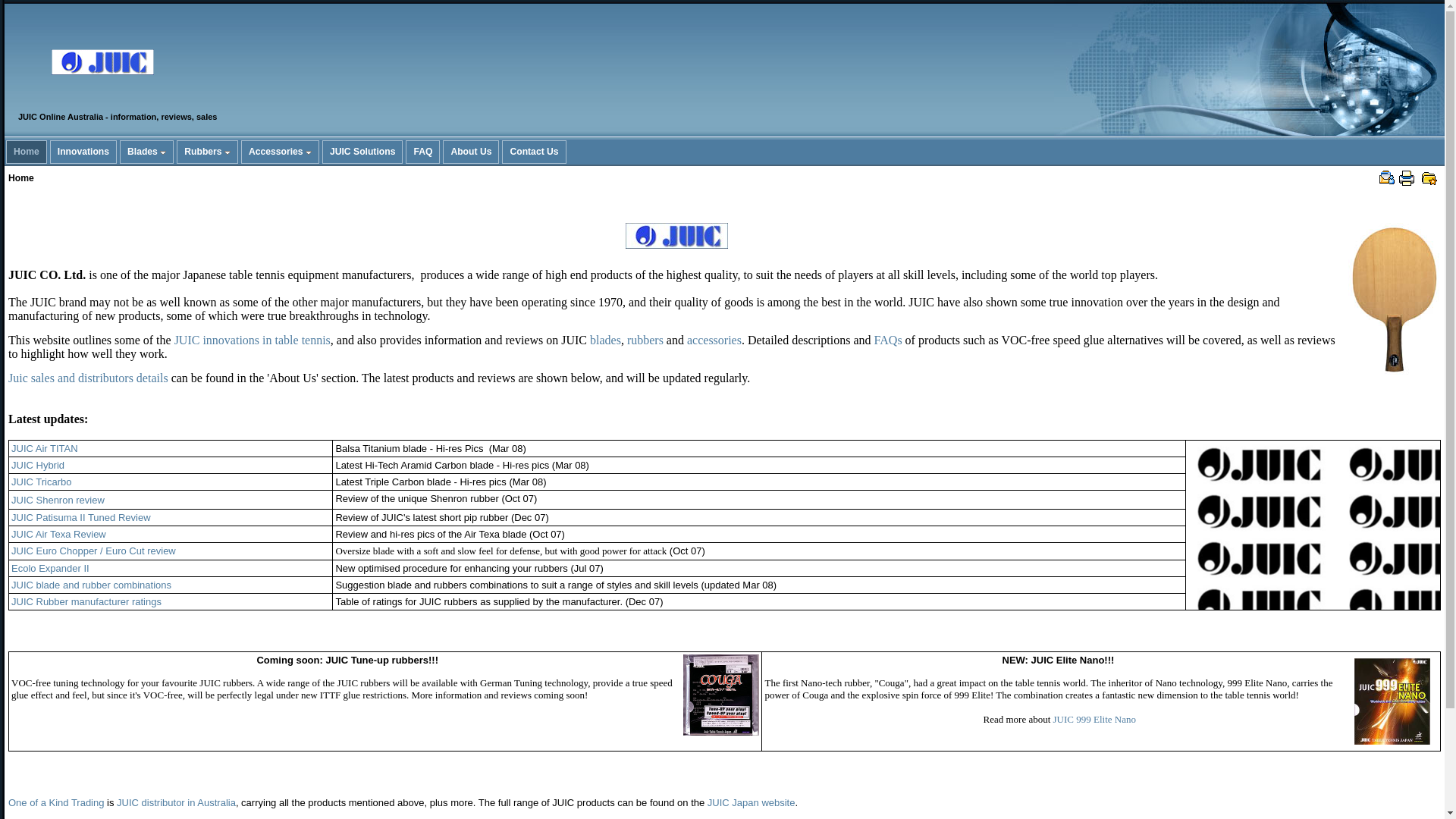 Image resolution: width=1456 pixels, height=819 pixels. Describe the element at coordinates (1386, 177) in the screenshot. I see `'Email a Page to a Friend'` at that location.